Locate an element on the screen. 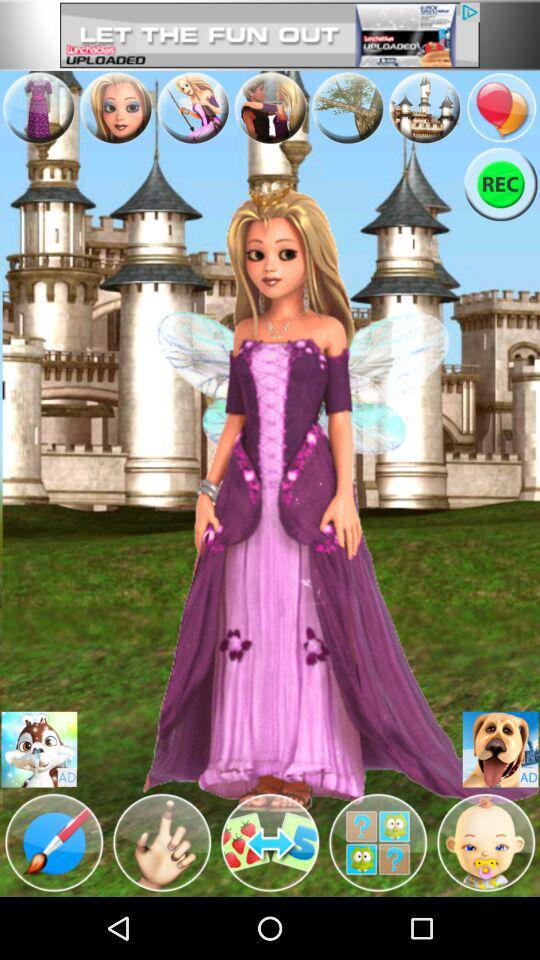 This screenshot has height=960, width=540. edit is located at coordinates (378, 841).